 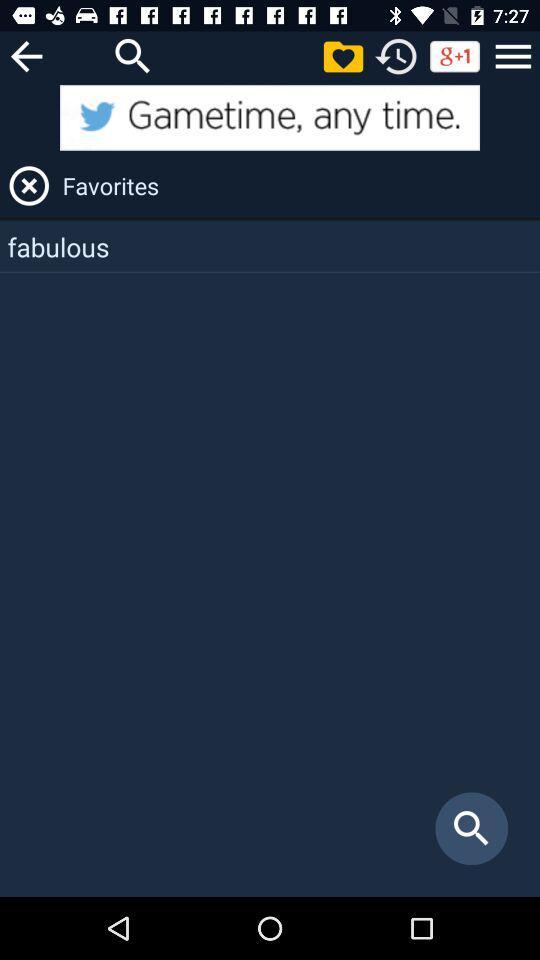 I want to click on favorites icon, so click(x=297, y=185).